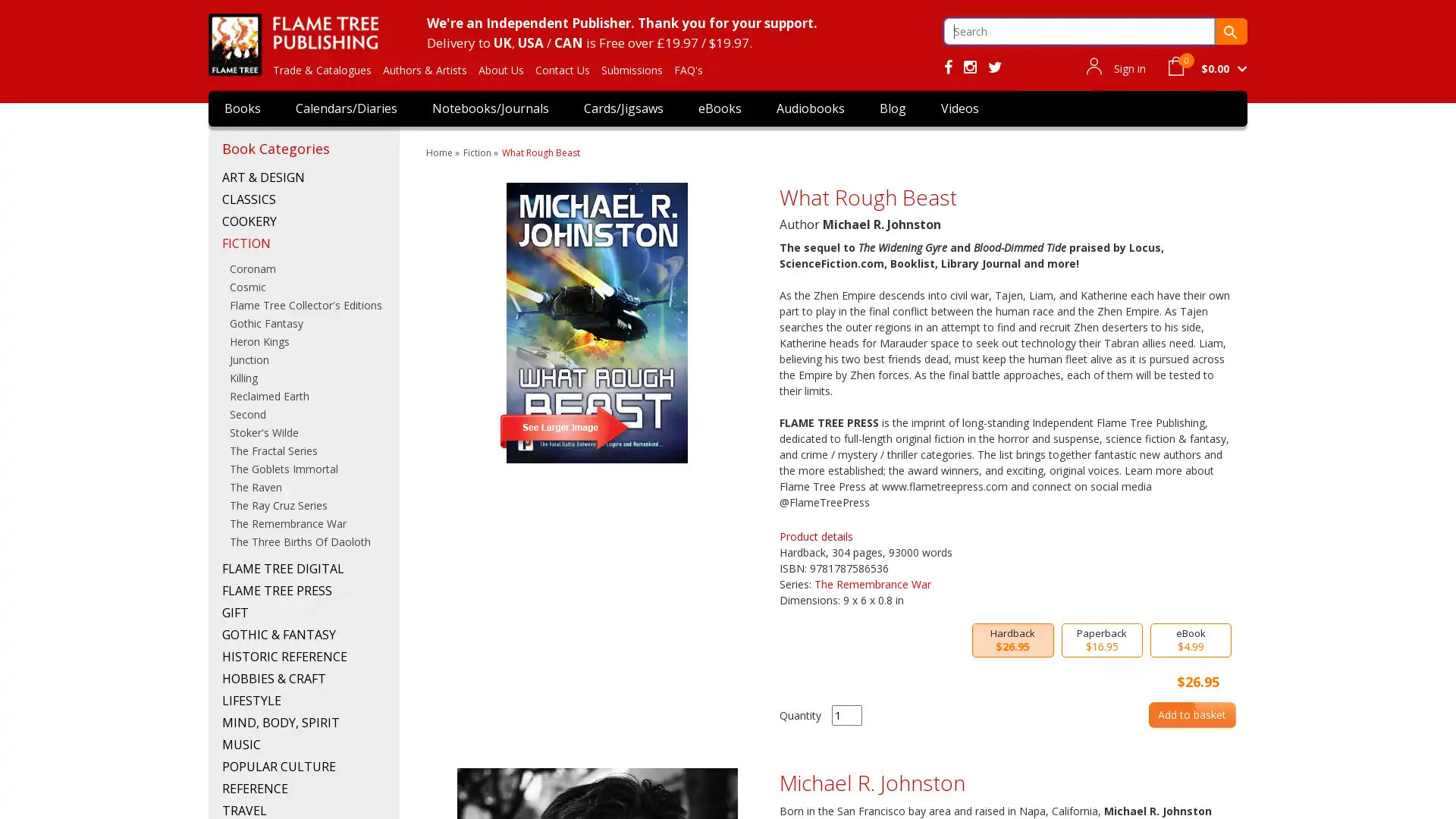  What do you see at coordinates (1191, 714) in the screenshot?
I see `Add to basket` at bounding box center [1191, 714].